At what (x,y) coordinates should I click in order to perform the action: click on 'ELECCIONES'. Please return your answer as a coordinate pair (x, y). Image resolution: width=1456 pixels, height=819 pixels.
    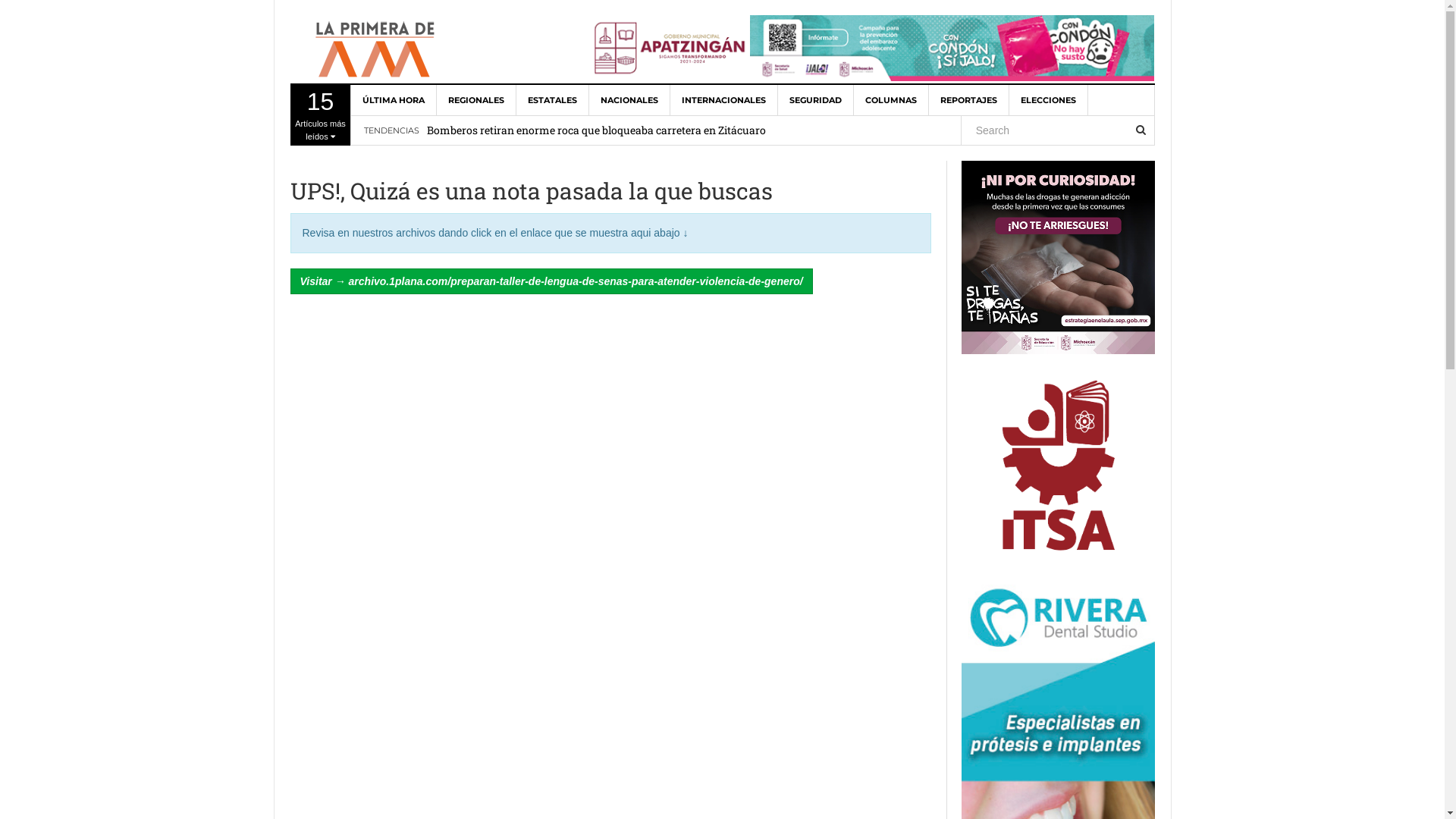
    Looking at the image, I should click on (1047, 99).